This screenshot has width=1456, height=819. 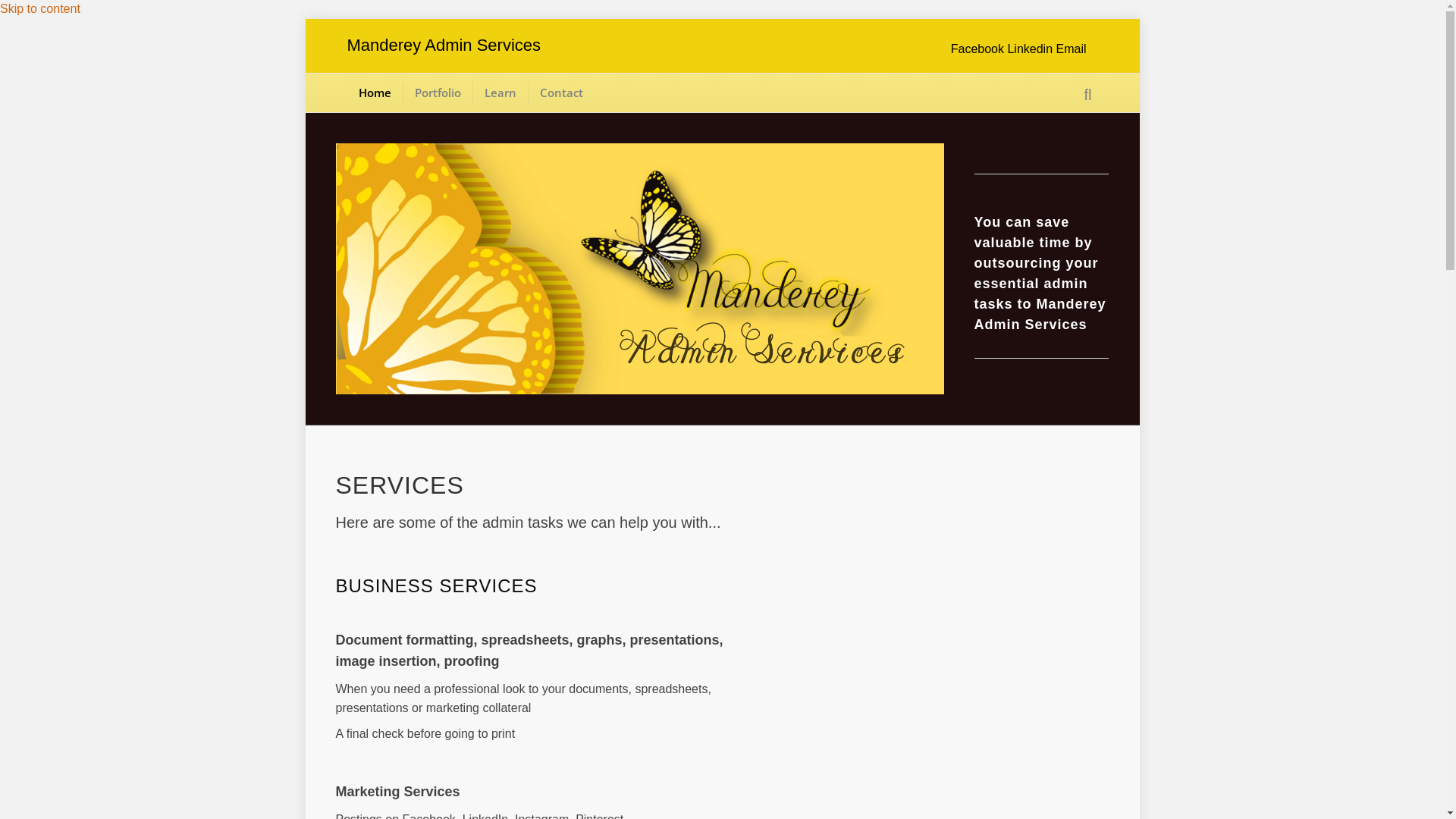 I want to click on 'SERVICES', so click(x=334, y=485).